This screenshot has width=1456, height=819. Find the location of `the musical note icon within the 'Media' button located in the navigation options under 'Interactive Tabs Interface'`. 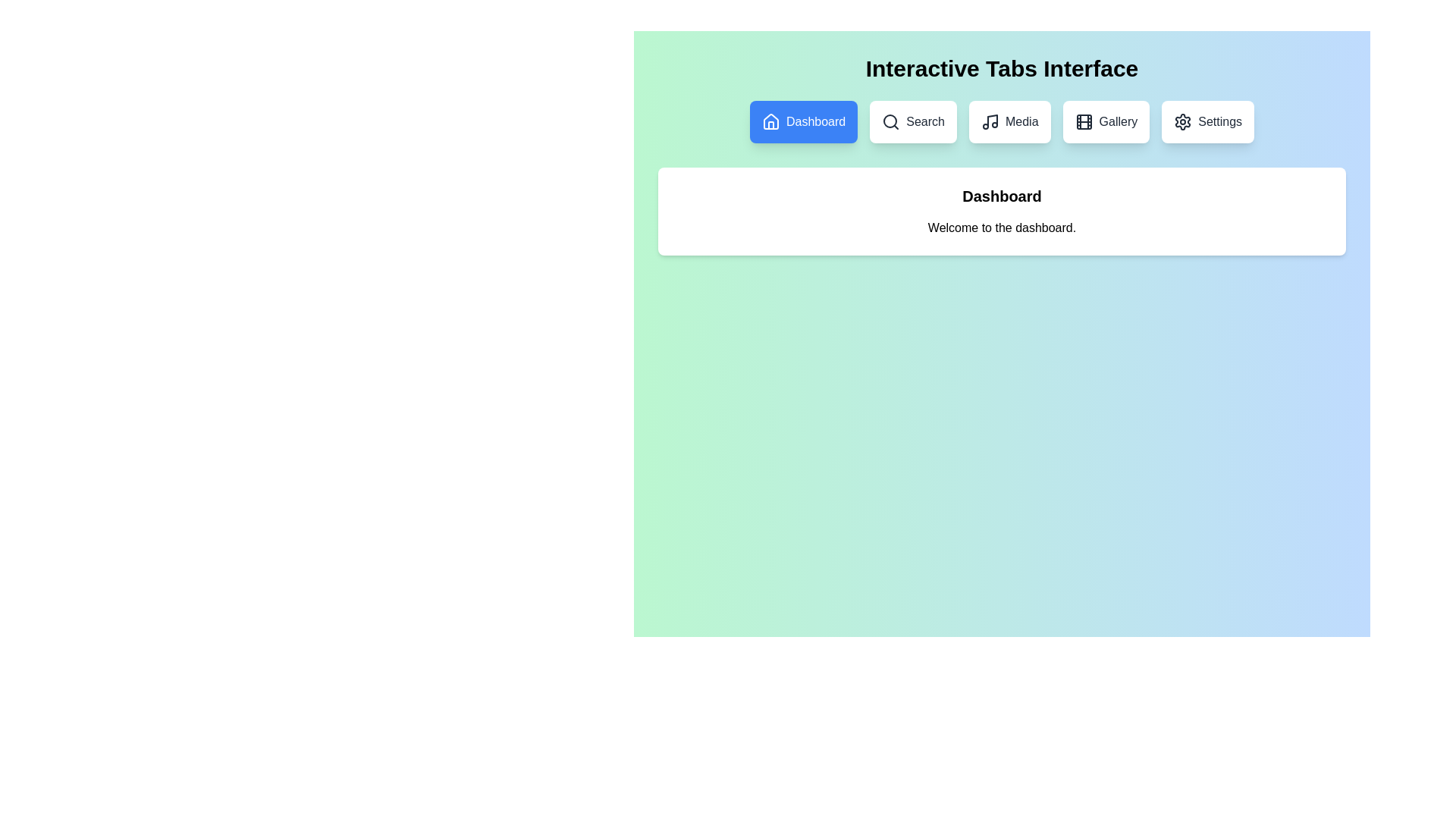

the musical note icon within the 'Media' button located in the navigation options under 'Interactive Tabs Interface' is located at coordinates (990, 121).